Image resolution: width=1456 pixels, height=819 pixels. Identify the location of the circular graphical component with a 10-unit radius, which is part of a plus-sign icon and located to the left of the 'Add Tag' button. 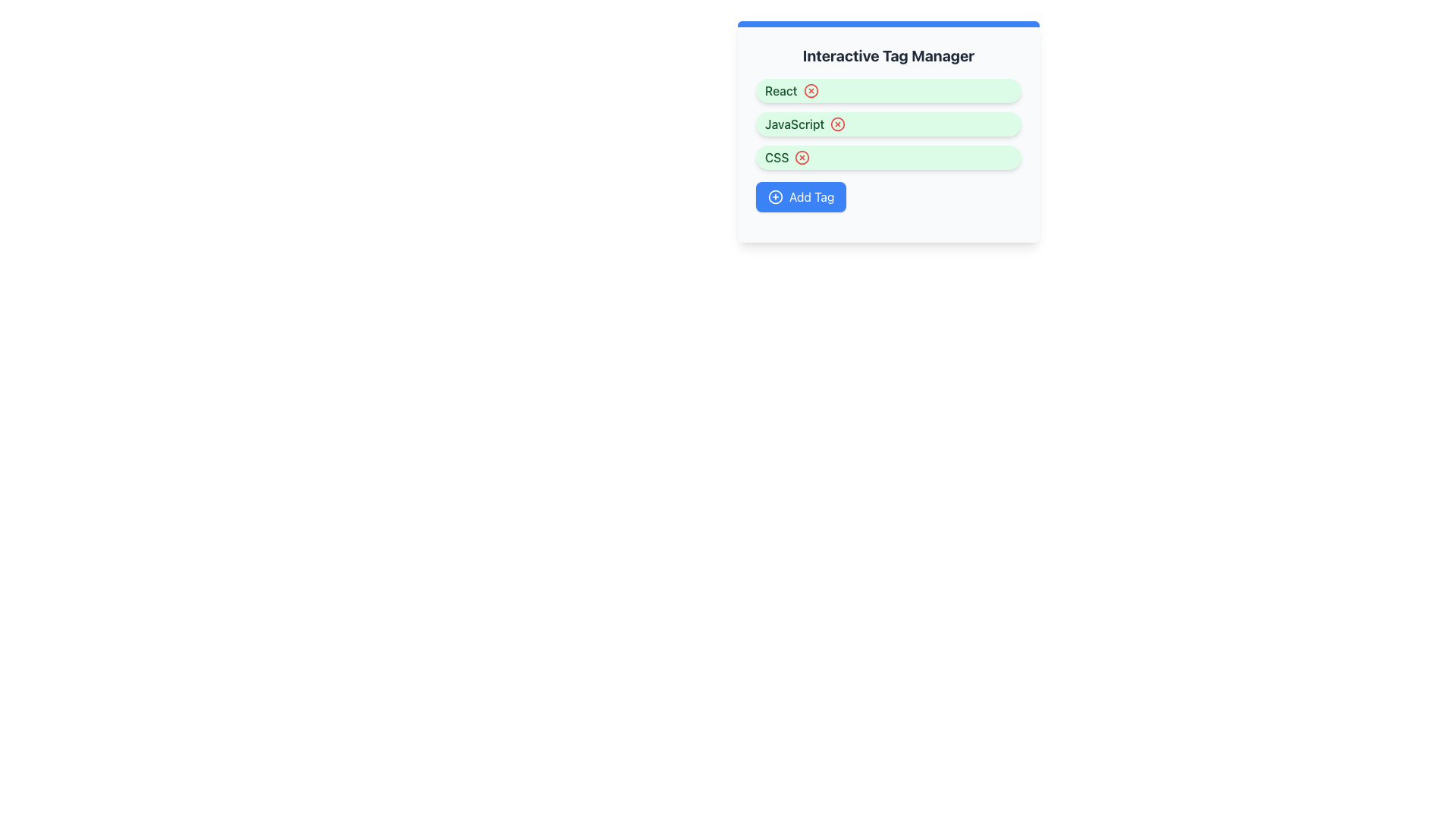
(775, 196).